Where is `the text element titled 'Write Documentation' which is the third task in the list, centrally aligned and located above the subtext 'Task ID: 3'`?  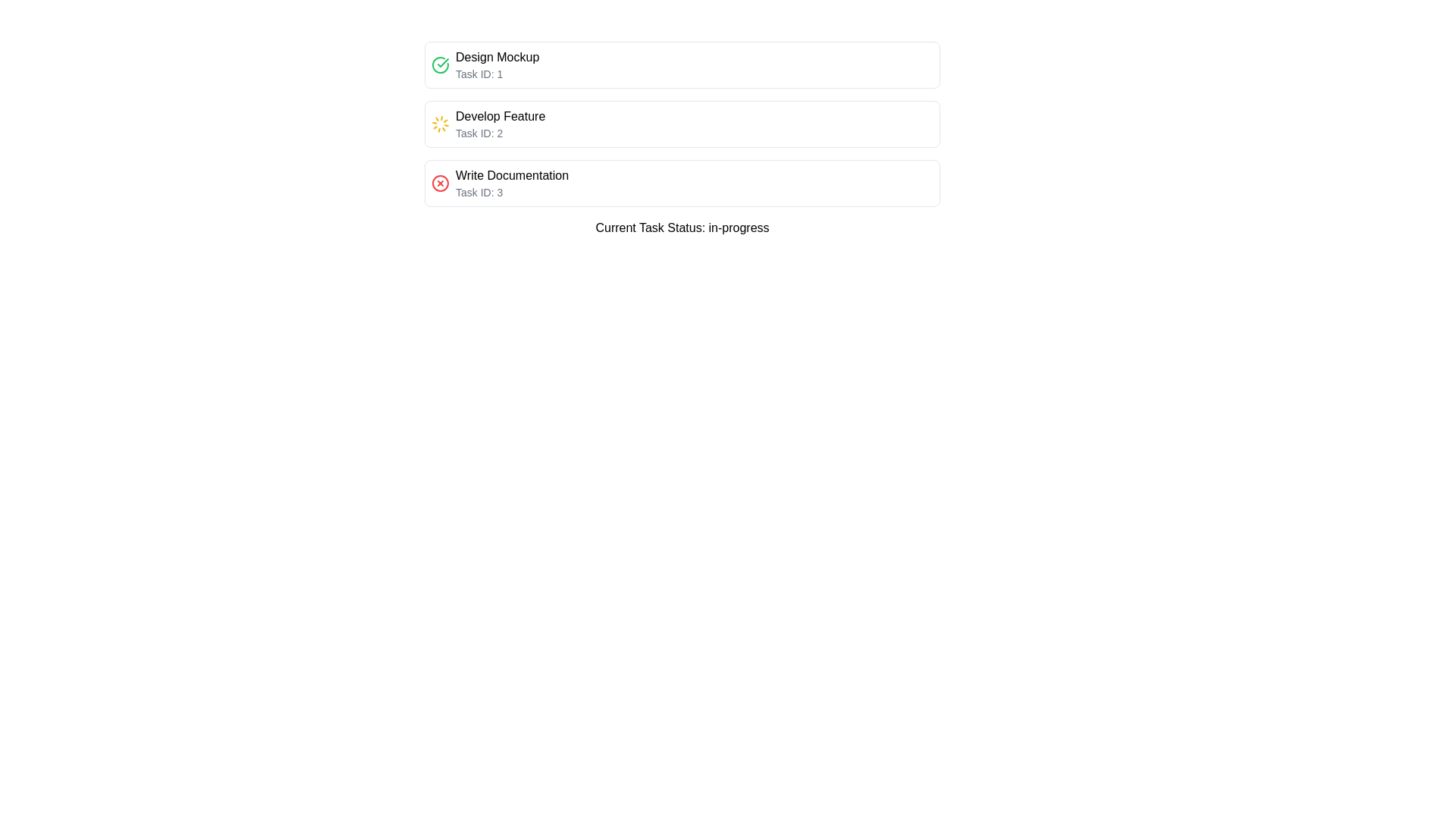
the text element titled 'Write Documentation' which is the third task in the list, centrally aligned and located above the subtext 'Task ID: 3' is located at coordinates (512, 174).